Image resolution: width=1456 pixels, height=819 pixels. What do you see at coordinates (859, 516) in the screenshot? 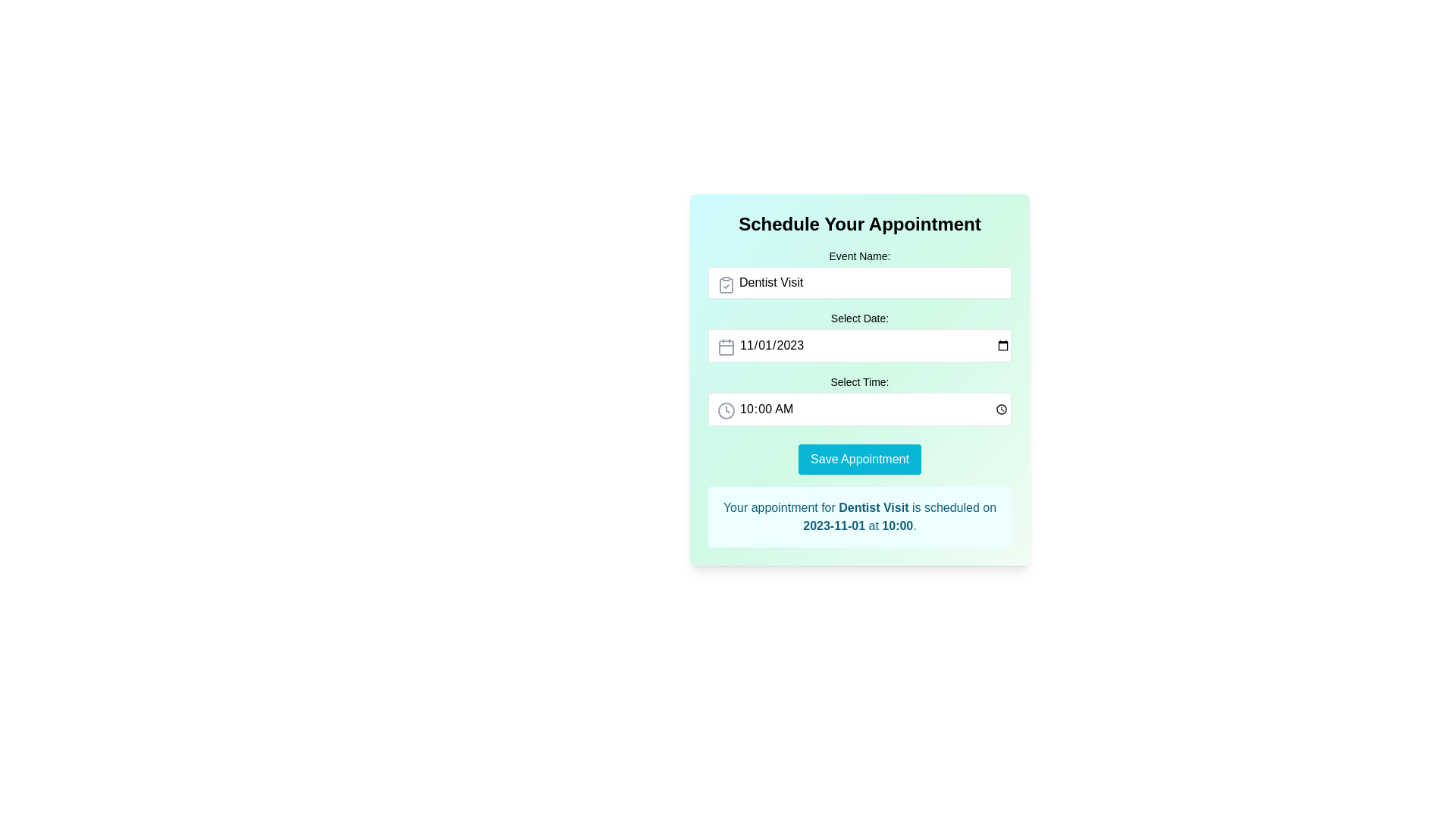
I see `the Text Display or Informational Label that provides confirmation or summary of the scheduled appointment, located at the lower section of the interface with a cyan background and rounded borders` at bounding box center [859, 516].